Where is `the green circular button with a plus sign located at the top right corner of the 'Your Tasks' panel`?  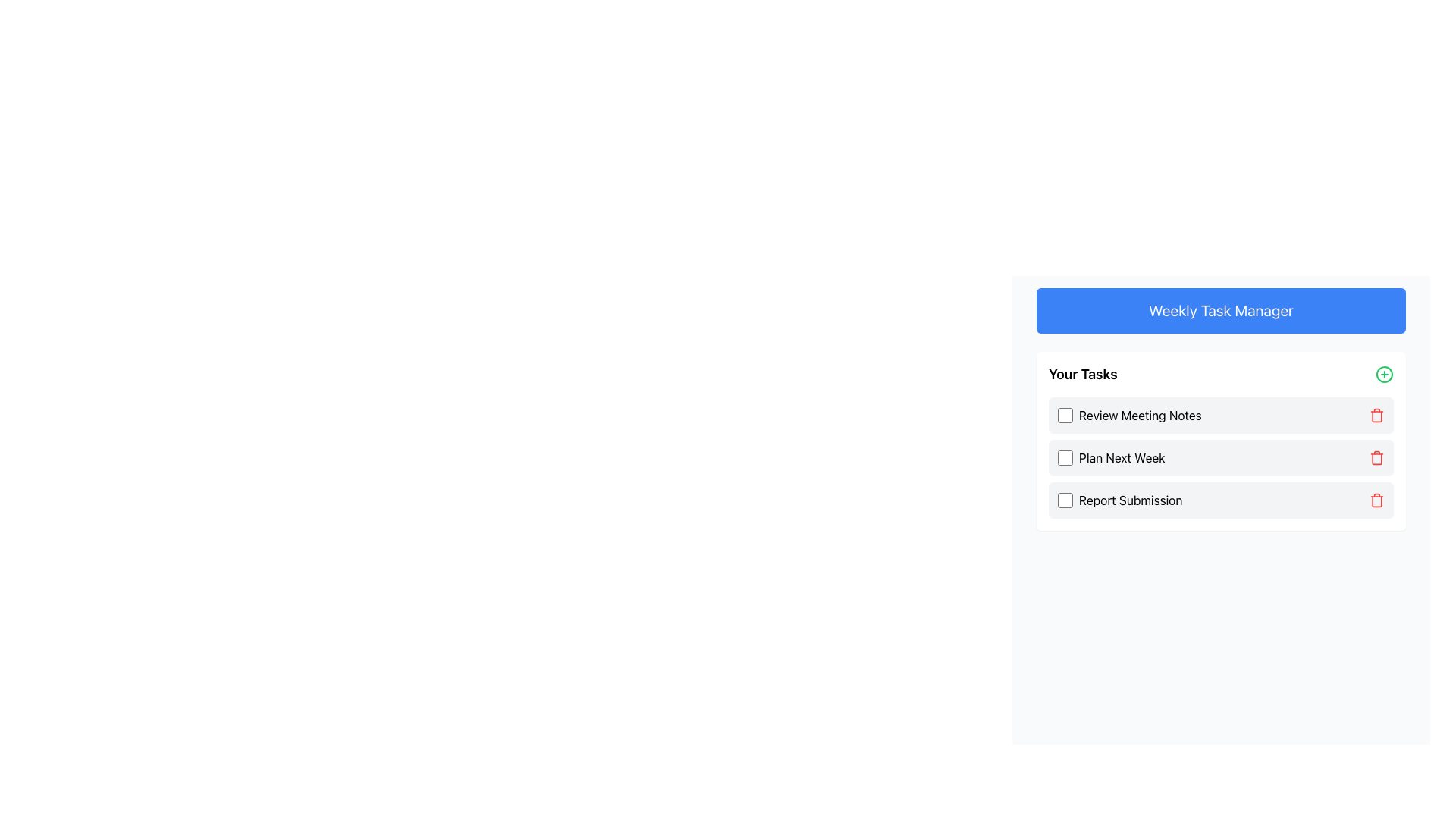 the green circular button with a plus sign located at the top right corner of the 'Your Tasks' panel is located at coordinates (1384, 374).